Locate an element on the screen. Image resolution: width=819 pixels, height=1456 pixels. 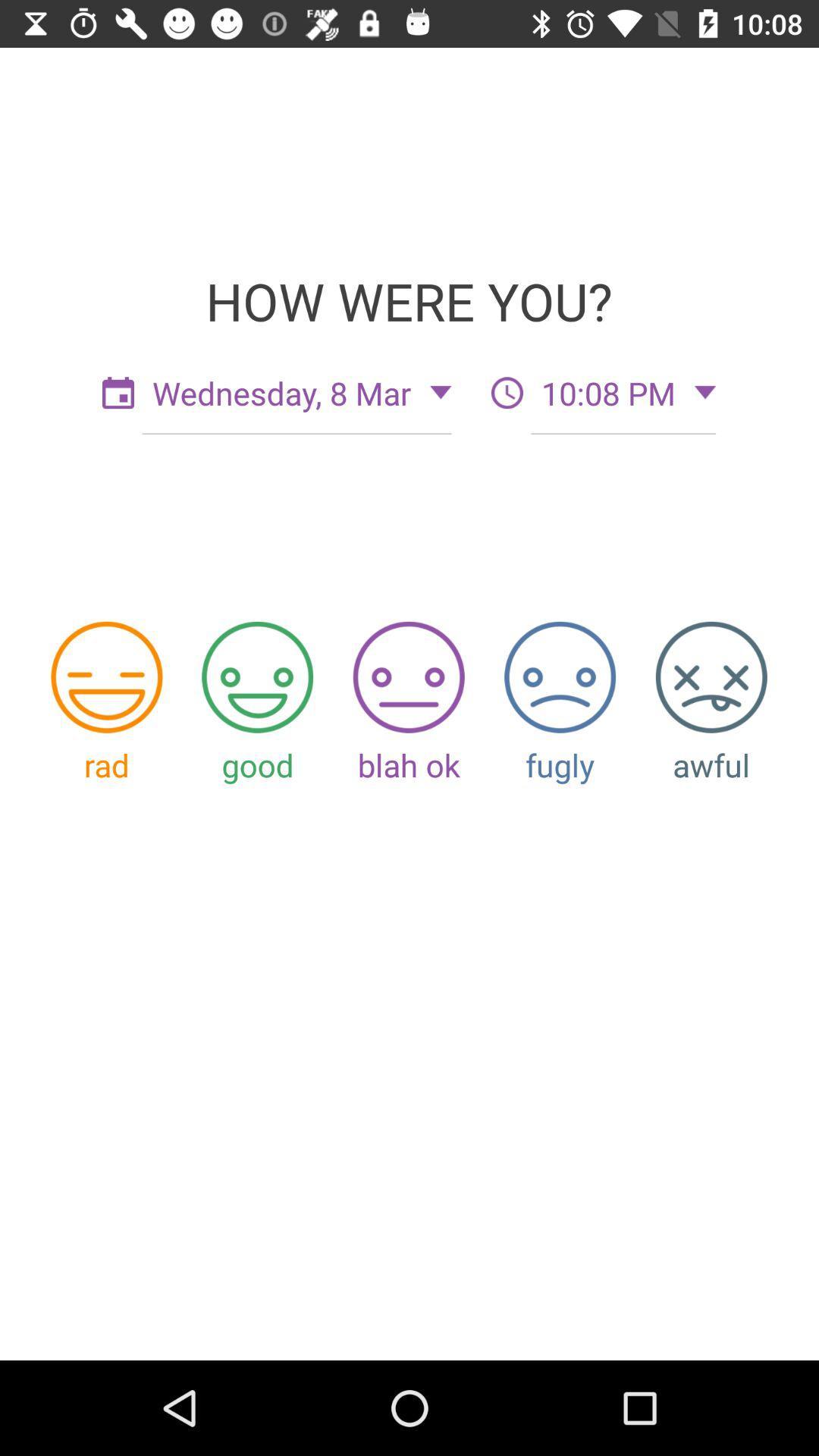
good button is located at coordinates (256, 676).